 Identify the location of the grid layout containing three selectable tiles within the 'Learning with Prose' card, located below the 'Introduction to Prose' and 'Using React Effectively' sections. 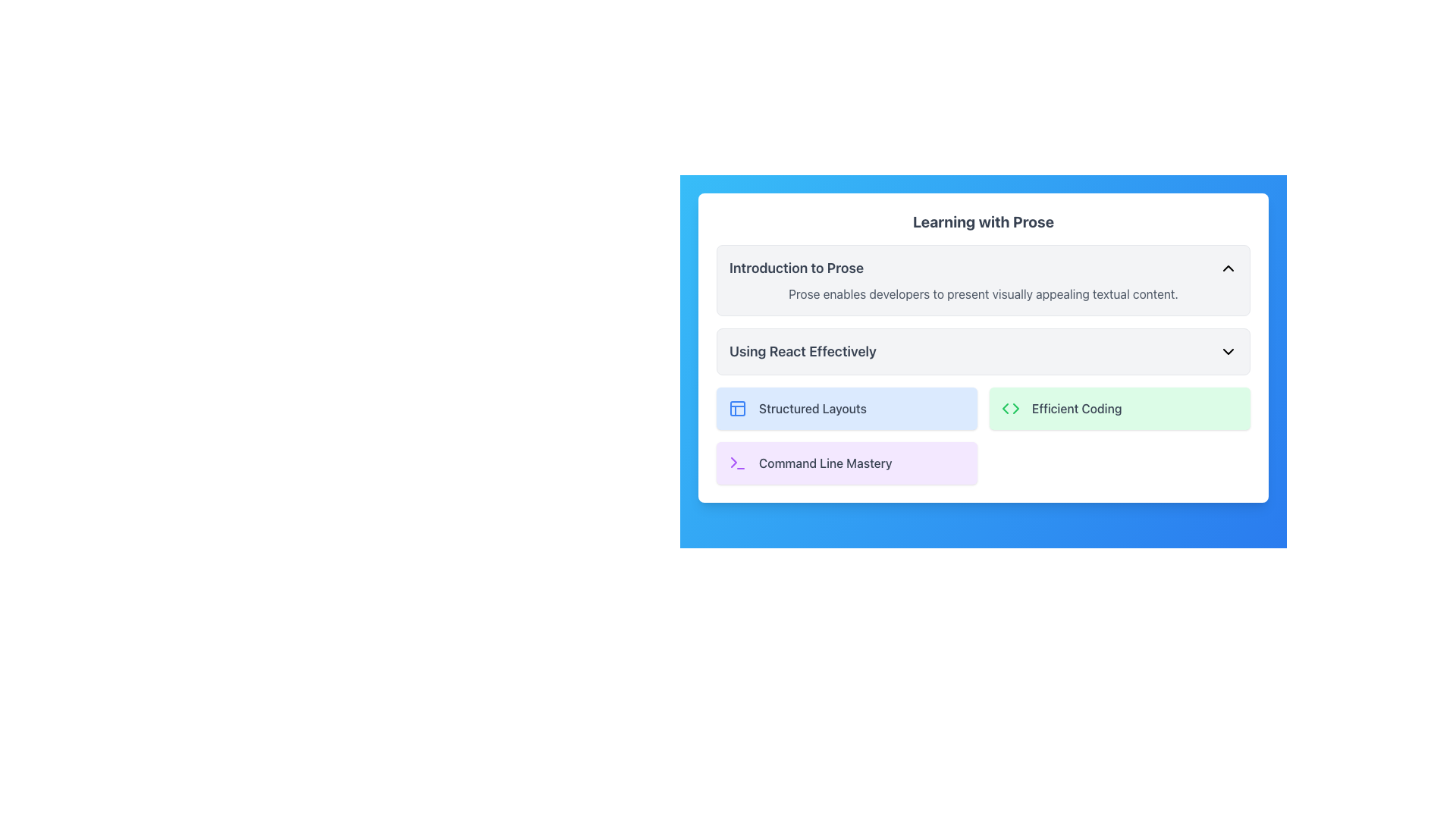
(983, 435).